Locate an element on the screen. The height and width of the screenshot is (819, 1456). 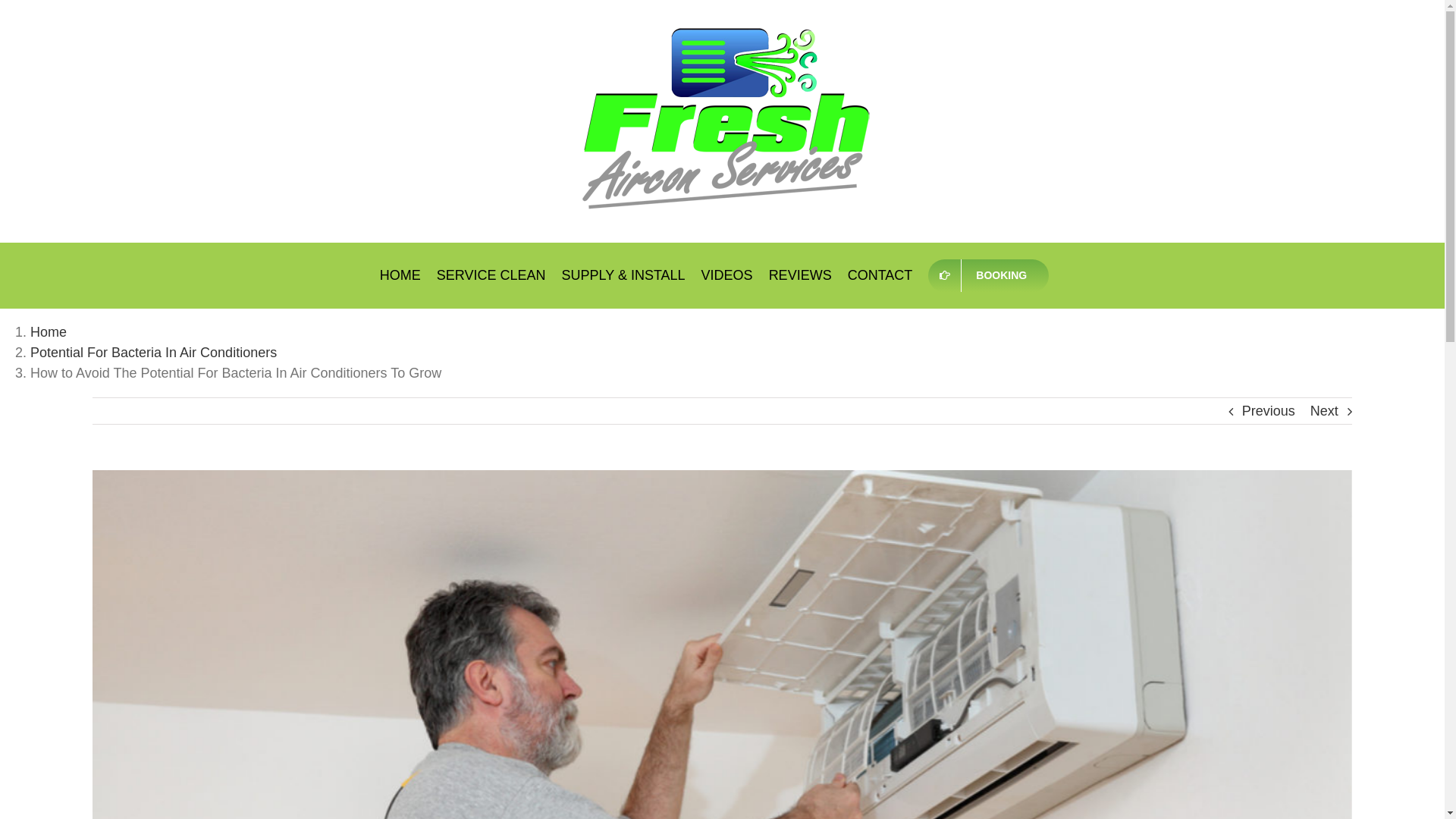
'SUPPLY & INSTALL' is located at coordinates (560, 275).